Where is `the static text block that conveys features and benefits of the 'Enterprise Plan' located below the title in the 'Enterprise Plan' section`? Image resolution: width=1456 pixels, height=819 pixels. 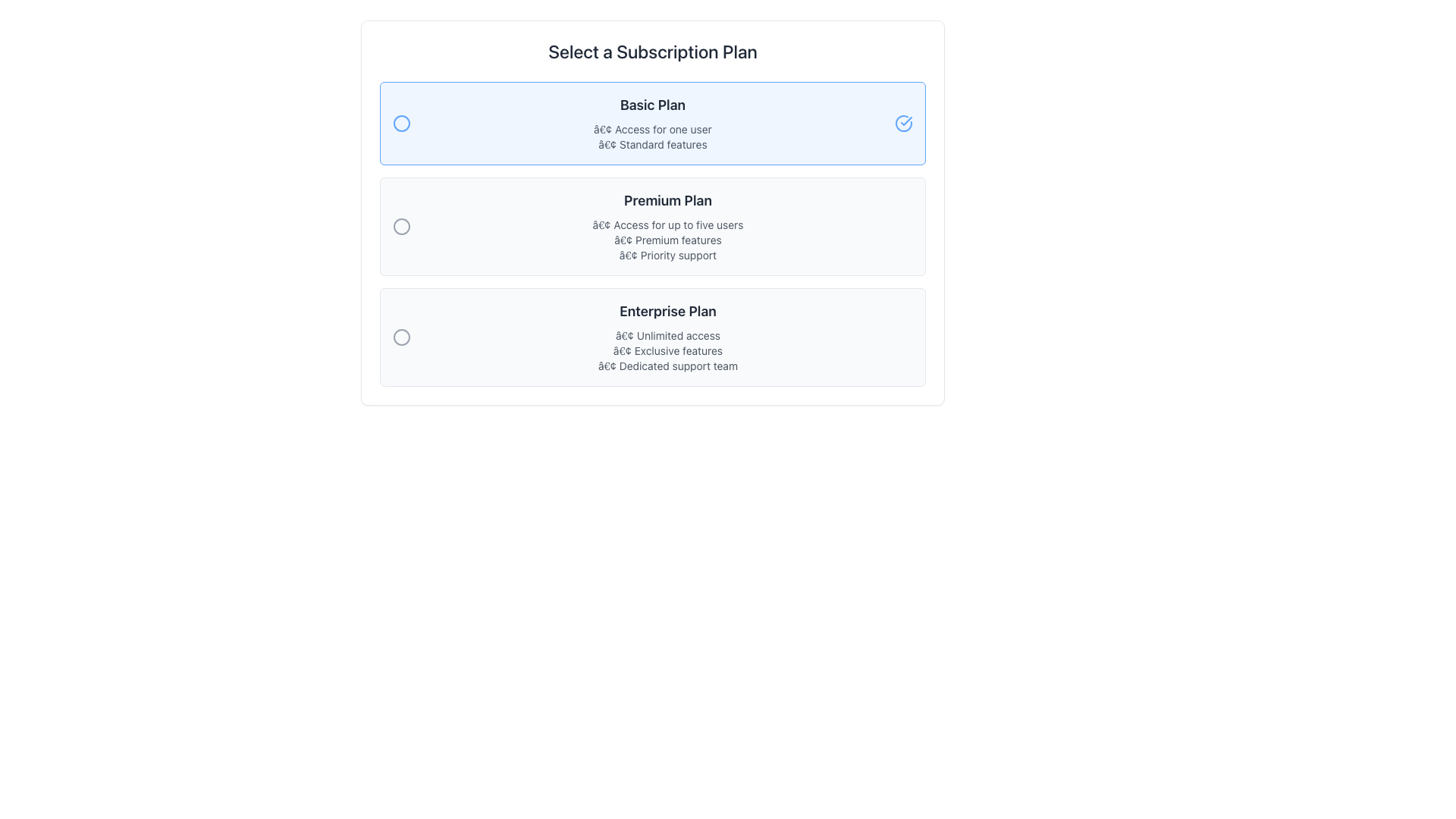
the static text block that conveys features and benefits of the 'Enterprise Plan' located below the title in the 'Enterprise Plan' section is located at coordinates (667, 350).